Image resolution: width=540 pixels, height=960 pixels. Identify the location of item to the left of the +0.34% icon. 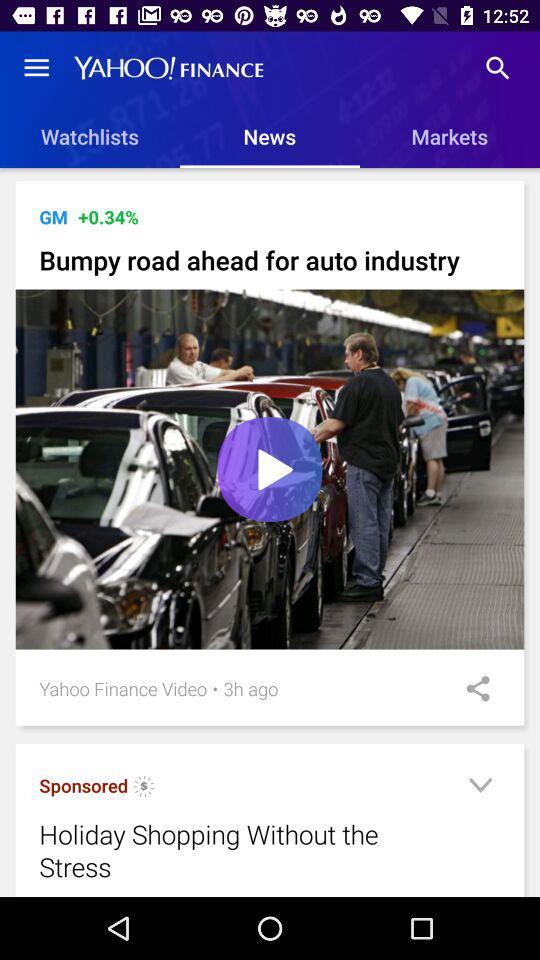
(53, 217).